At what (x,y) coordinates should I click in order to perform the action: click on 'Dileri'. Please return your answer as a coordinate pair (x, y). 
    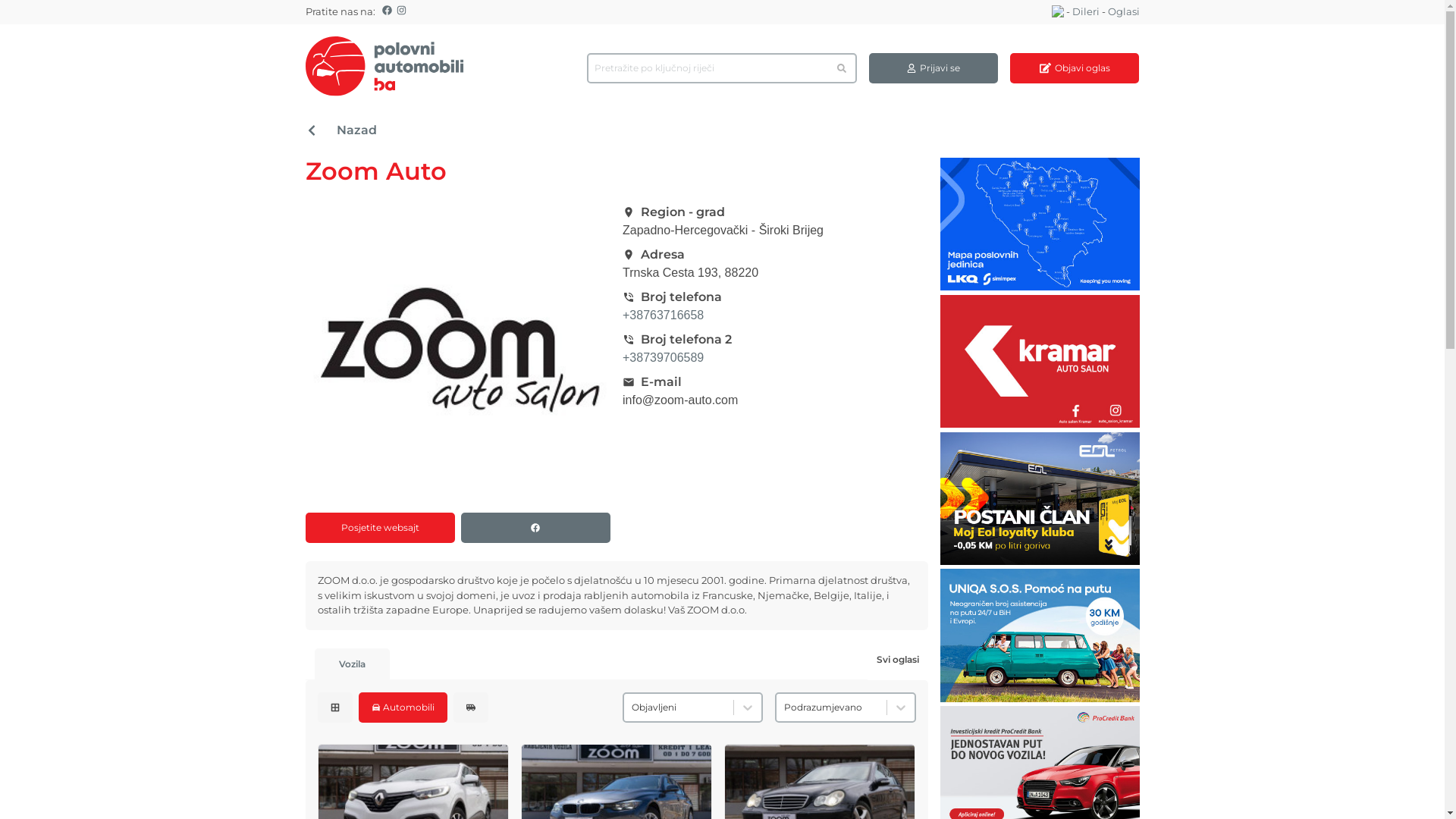
    Looking at the image, I should click on (1084, 11).